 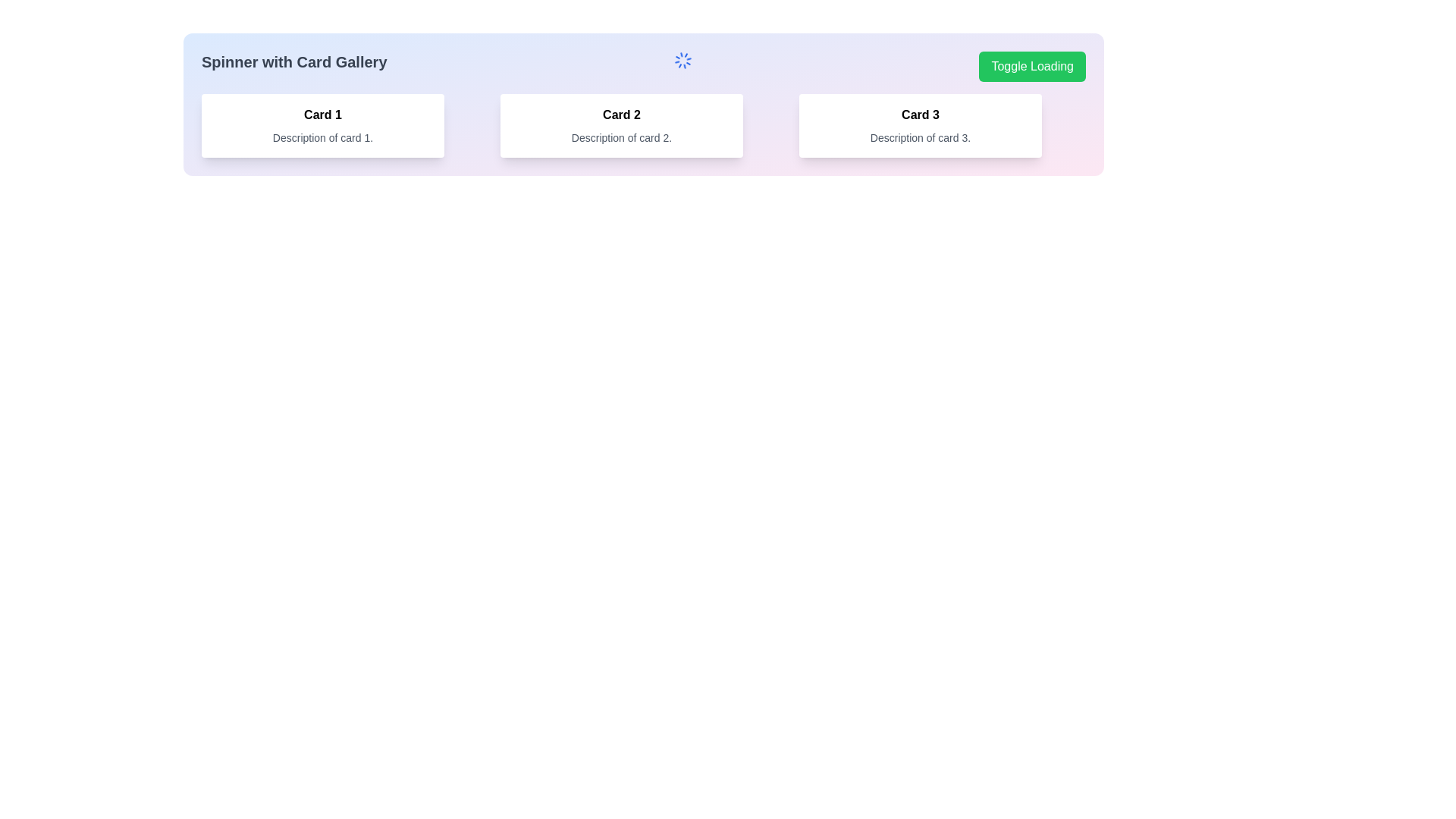 I want to click on the second card in the card grid layout, which is identified by the bold title 'Card 2' and description 'Description of card 2.', so click(x=644, y=124).